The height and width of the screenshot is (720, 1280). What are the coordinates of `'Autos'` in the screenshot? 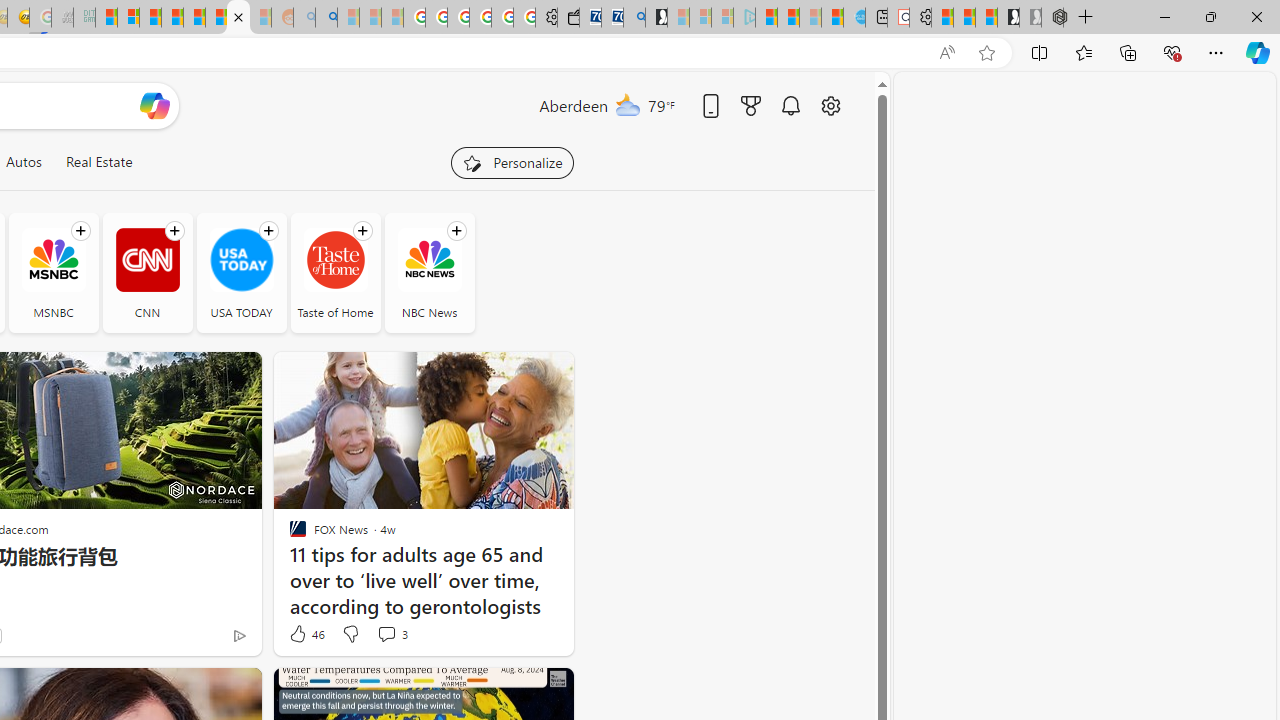 It's located at (23, 161).